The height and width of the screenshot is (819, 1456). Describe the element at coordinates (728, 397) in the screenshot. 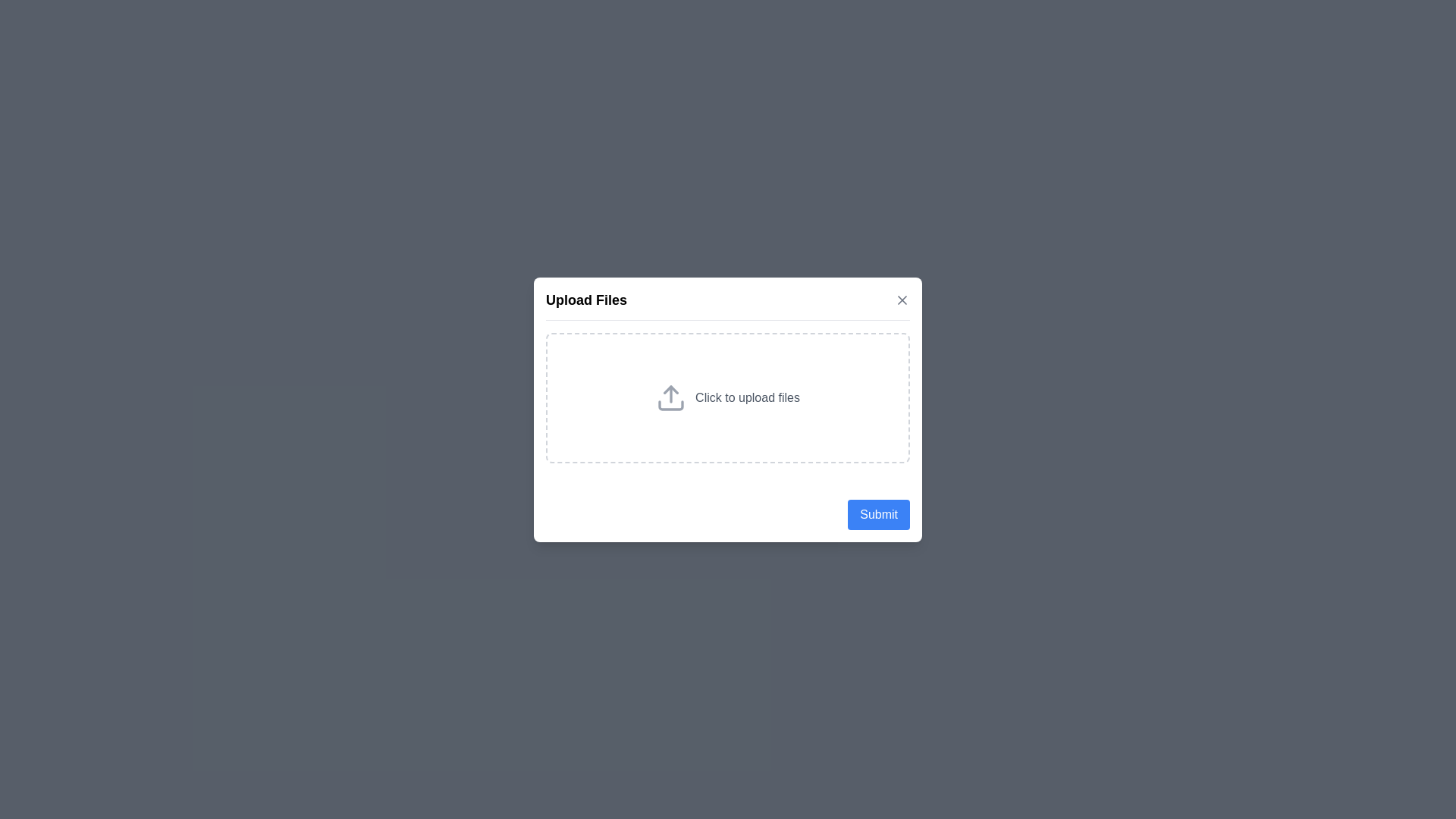

I see `the center of the upload area to initiate the file upload process` at that location.